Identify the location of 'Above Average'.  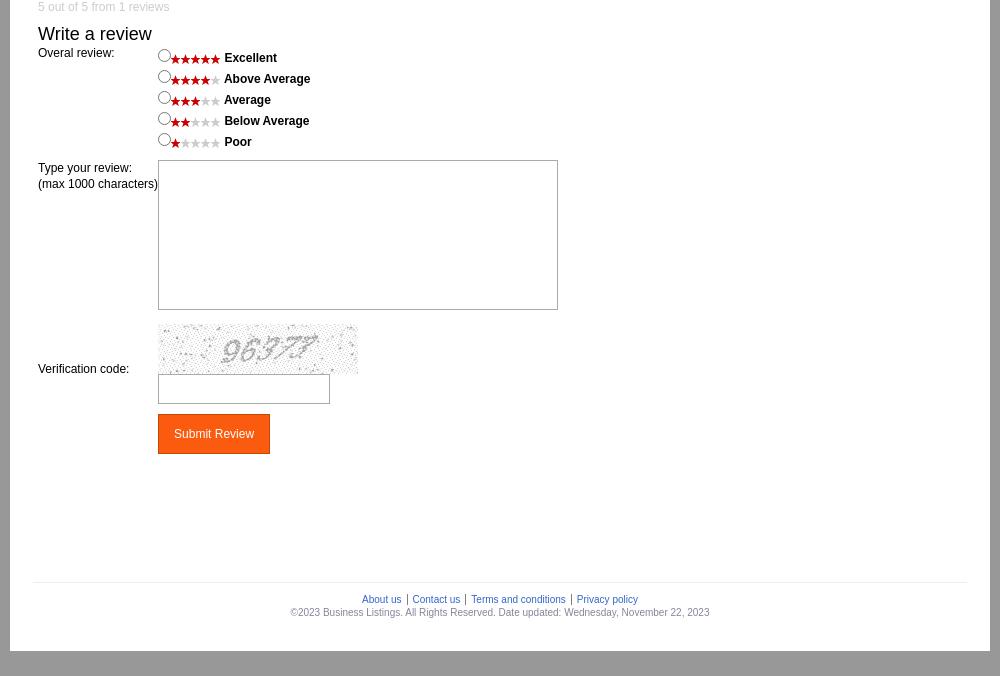
(265, 77).